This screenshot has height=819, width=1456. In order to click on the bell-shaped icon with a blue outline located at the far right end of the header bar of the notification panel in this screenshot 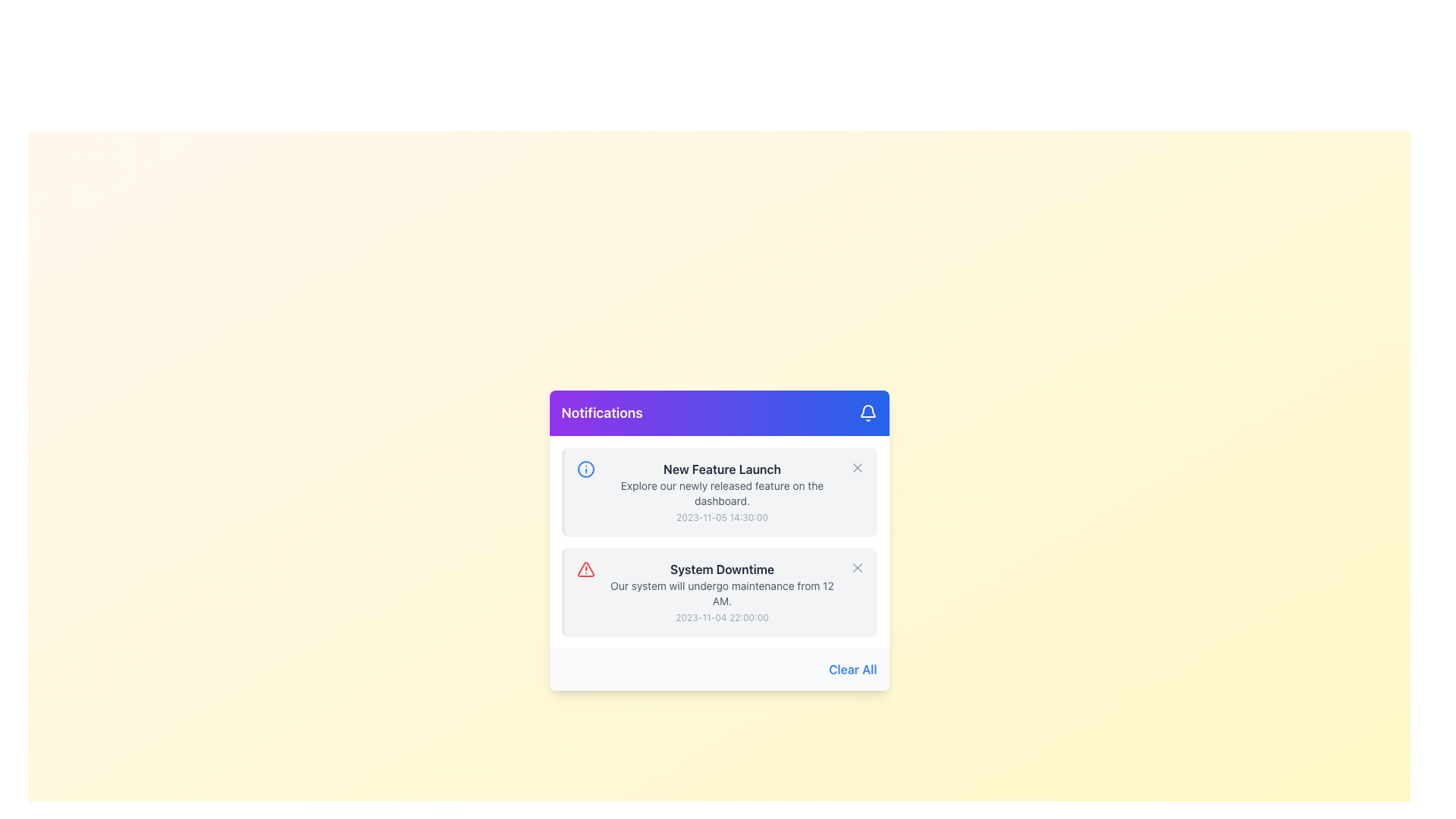, I will do `click(868, 413)`.